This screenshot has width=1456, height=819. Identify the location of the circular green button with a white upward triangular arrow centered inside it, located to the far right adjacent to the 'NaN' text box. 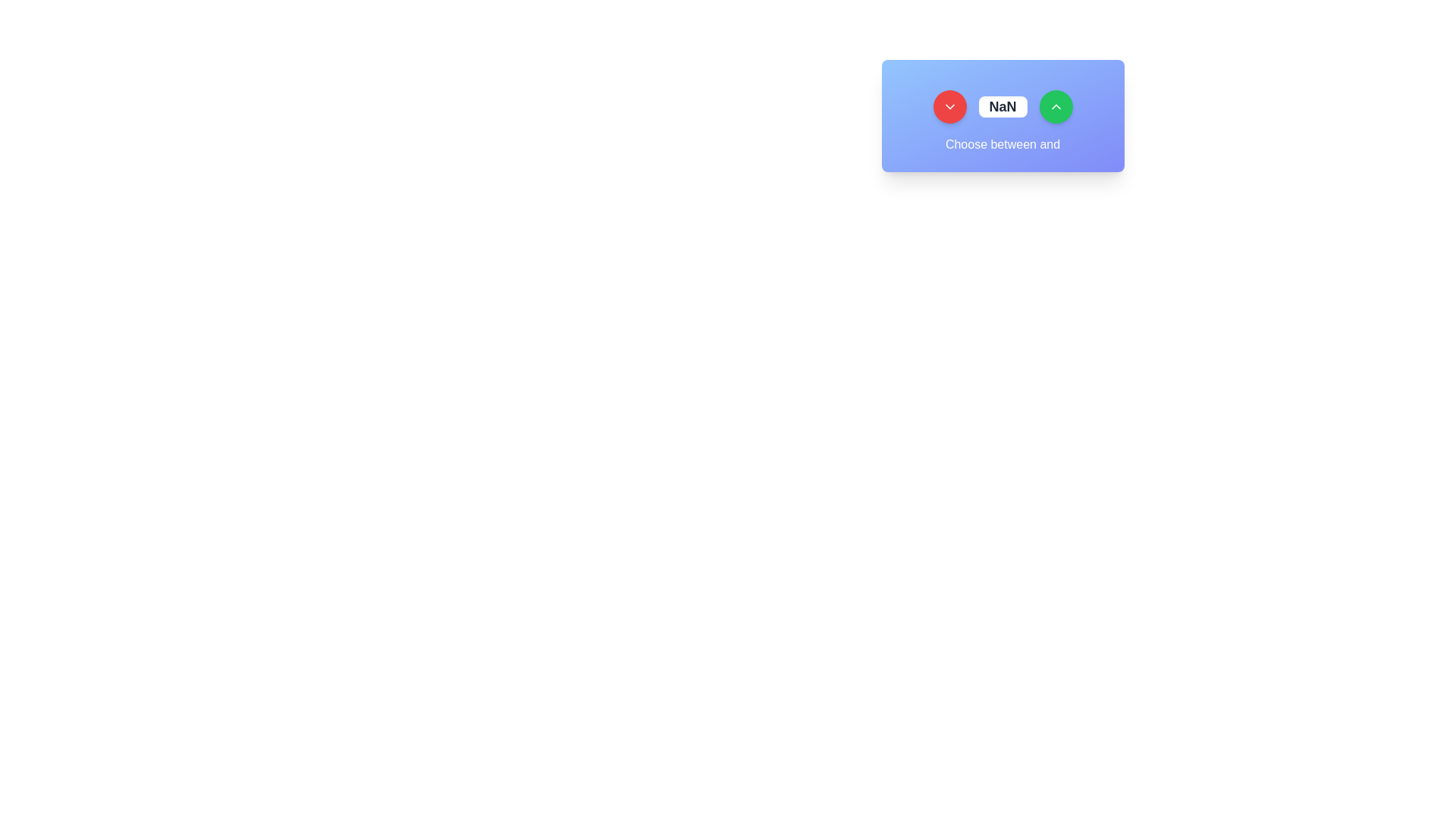
(1055, 106).